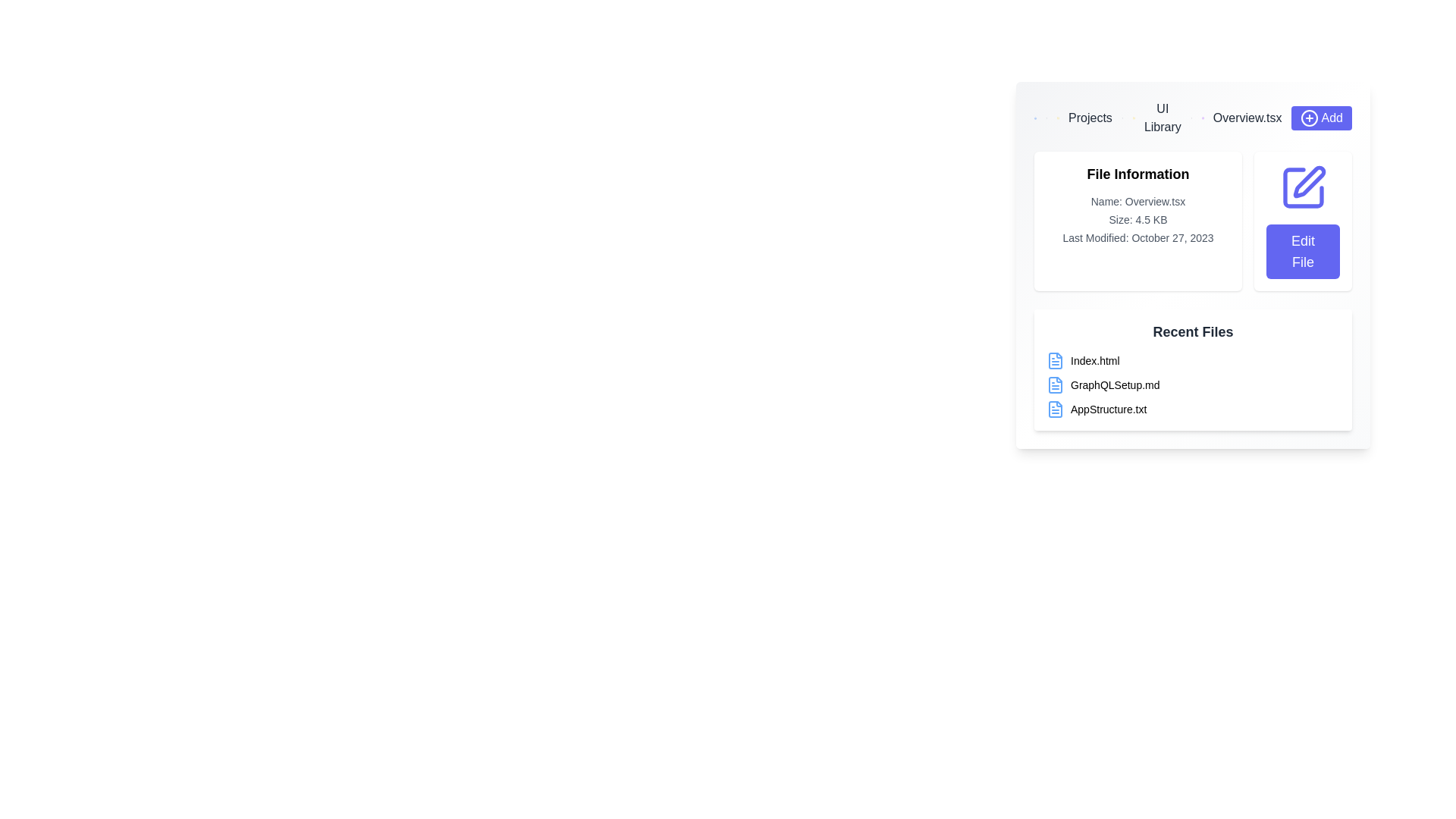 The image size is (1456, 819). I want to click on the 'GraphQLSetup.md' file link, so click(1115, 384).